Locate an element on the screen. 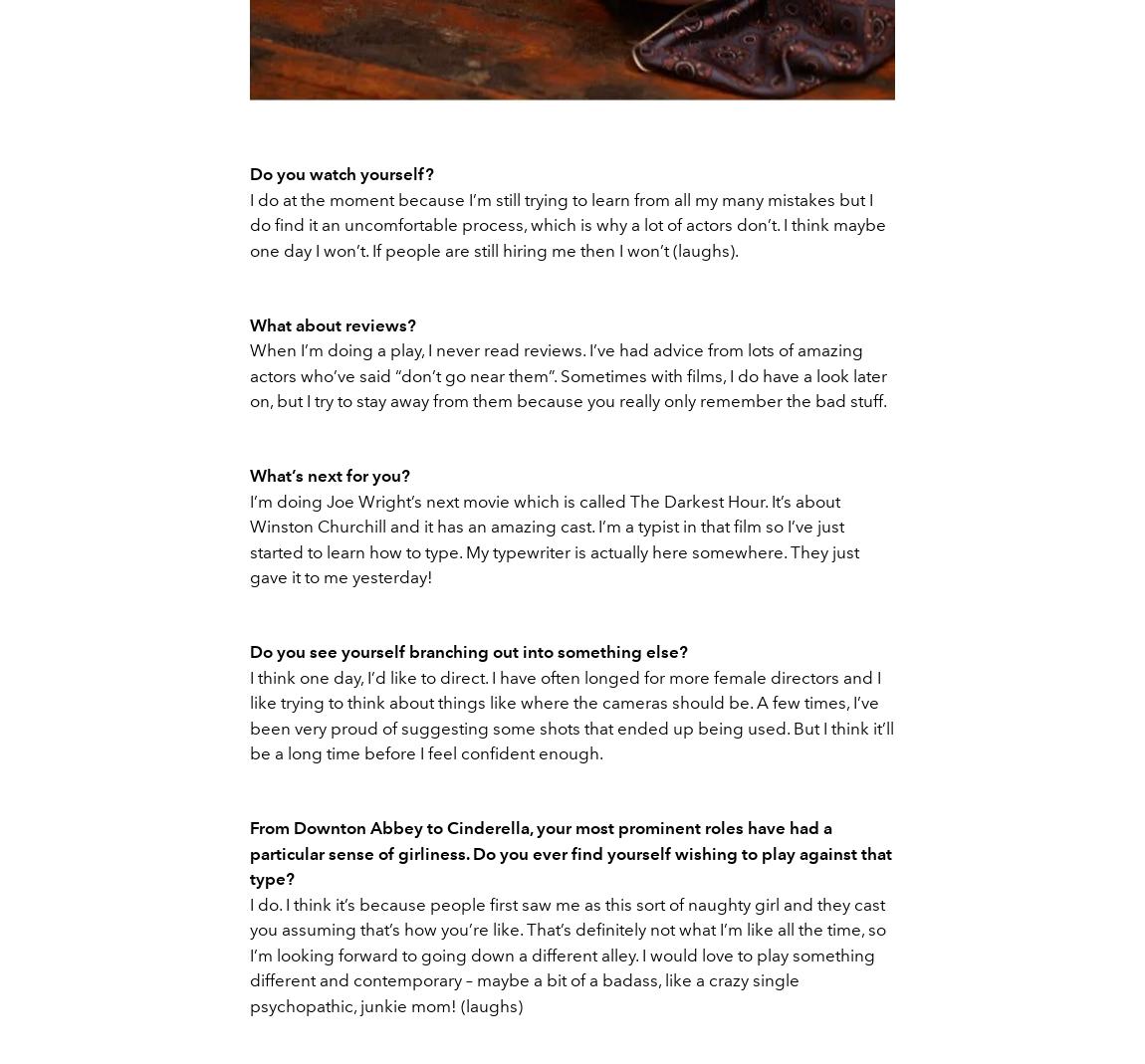  'What’s next for you?' is located at coordinates (330, 474).